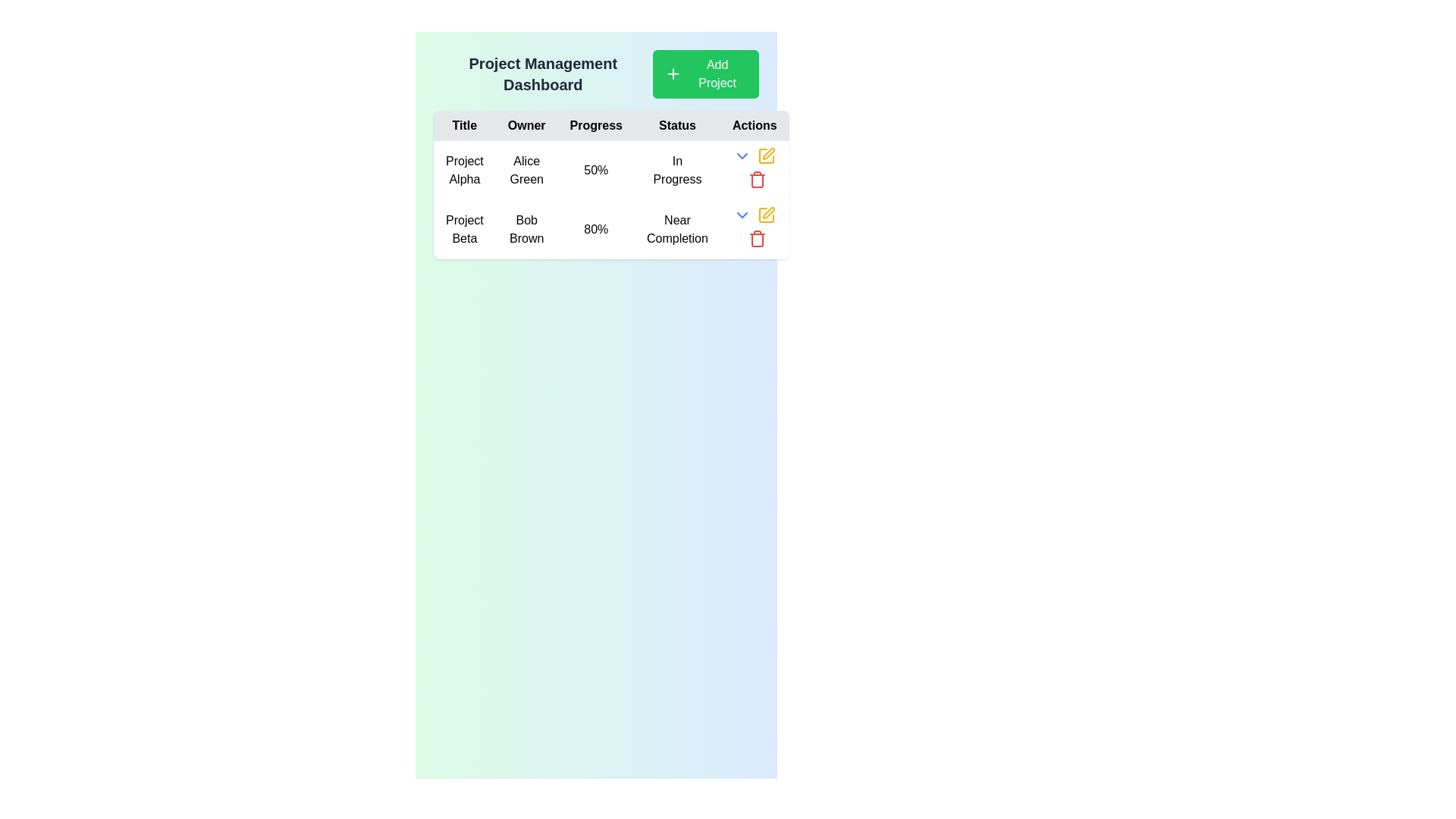 The image size is (1456, 819). Describe the element at coordinates (755, 124) in the screenshot. I see `the header text label that indicates the actions column in the management dashboard table, positioned at the rightmost end of the row of headers` at that location.